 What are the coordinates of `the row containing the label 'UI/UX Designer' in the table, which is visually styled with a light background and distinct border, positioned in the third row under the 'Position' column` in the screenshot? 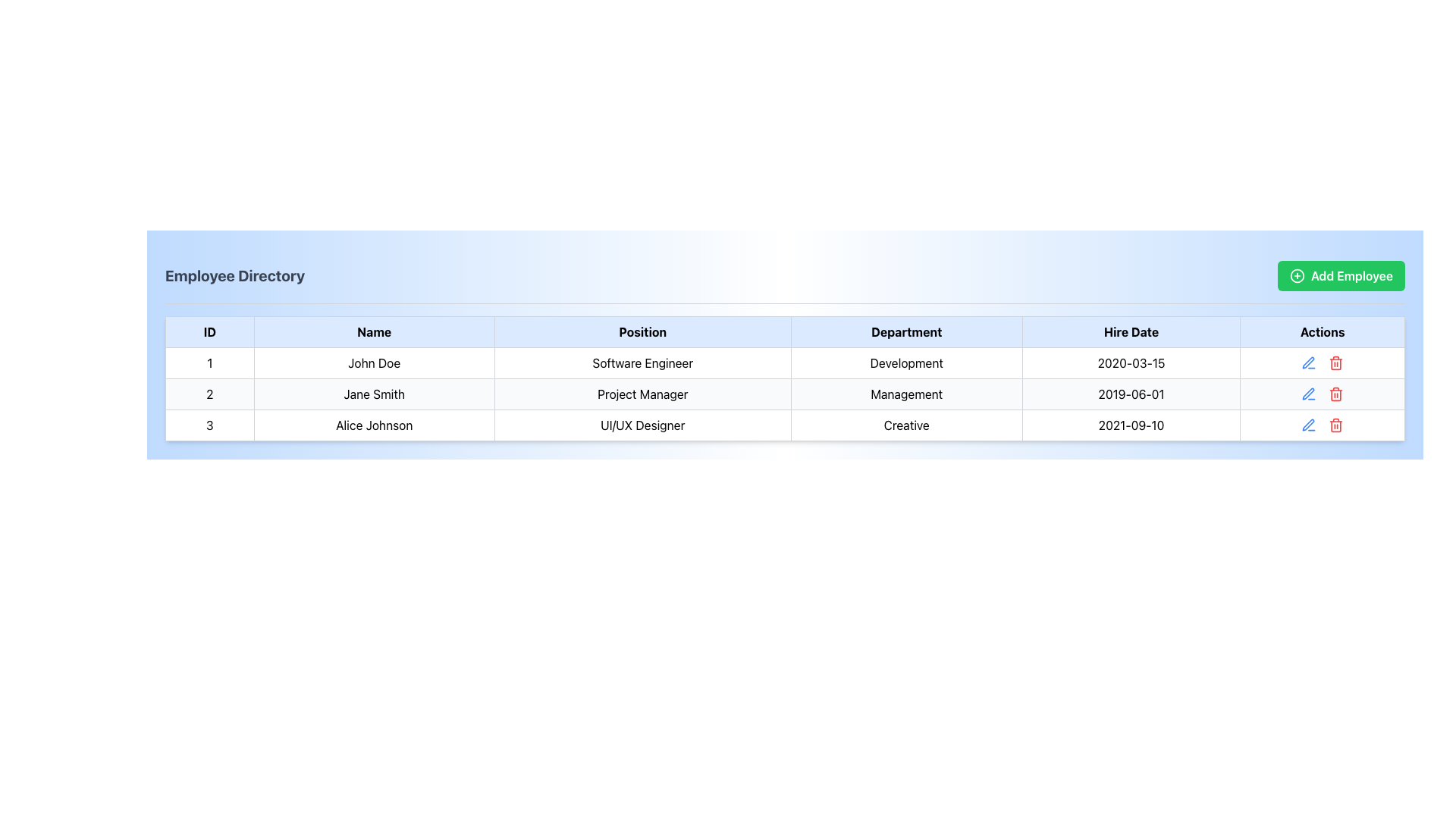 It's located at (642, 425).